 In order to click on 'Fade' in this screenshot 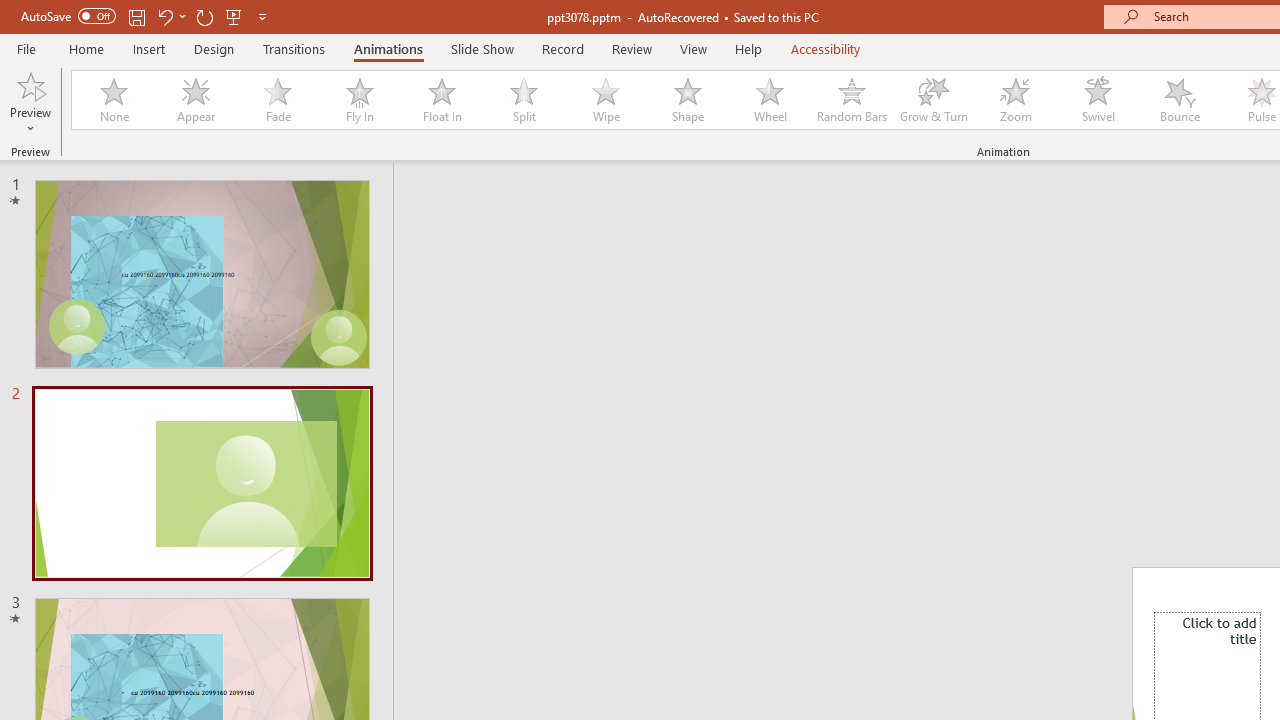, I will do `click(276, 100)`.